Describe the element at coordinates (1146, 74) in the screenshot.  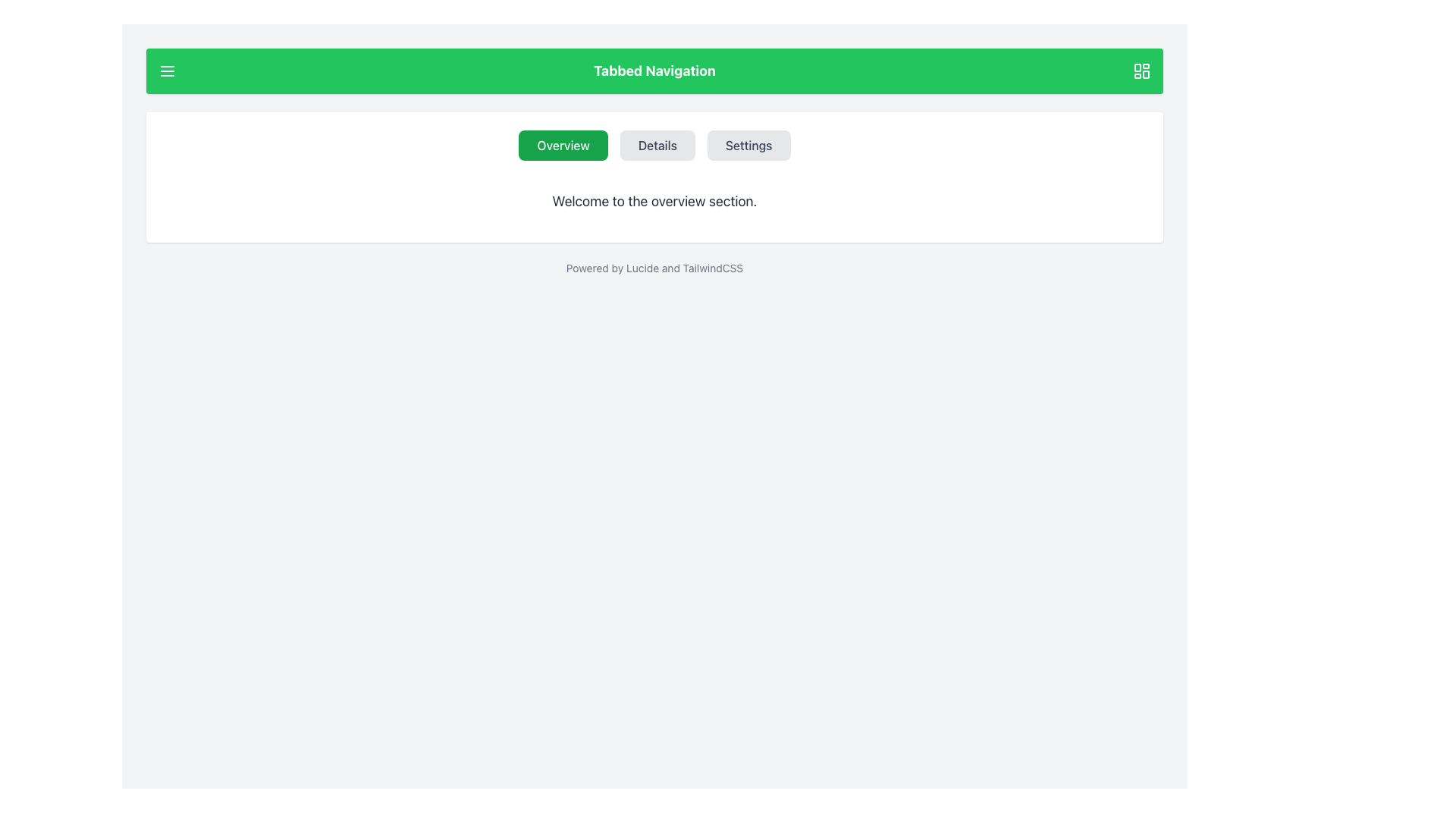
I see `the second rectangular SVG icon located in the second row and second column of the grid within the green navigation bar` at that location.